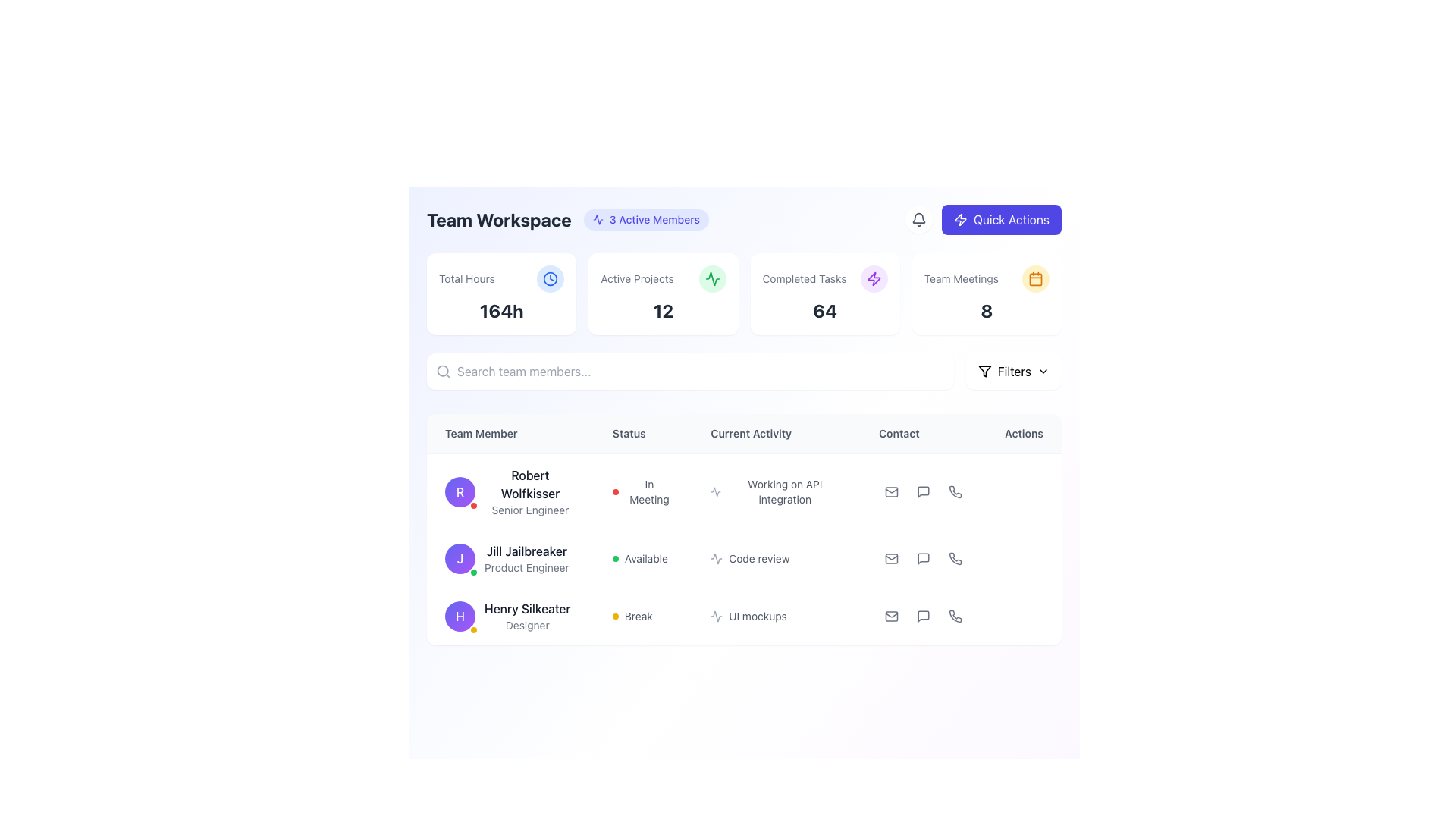 The height and width of the screenshot is (819, 1456). Describe the element at coordinates (777, 558) in the screenshot. I see `the 'Code review' status text label with icon in the second row of the 'Current Activity' column for team member Jill Jailbreaker` at that location.